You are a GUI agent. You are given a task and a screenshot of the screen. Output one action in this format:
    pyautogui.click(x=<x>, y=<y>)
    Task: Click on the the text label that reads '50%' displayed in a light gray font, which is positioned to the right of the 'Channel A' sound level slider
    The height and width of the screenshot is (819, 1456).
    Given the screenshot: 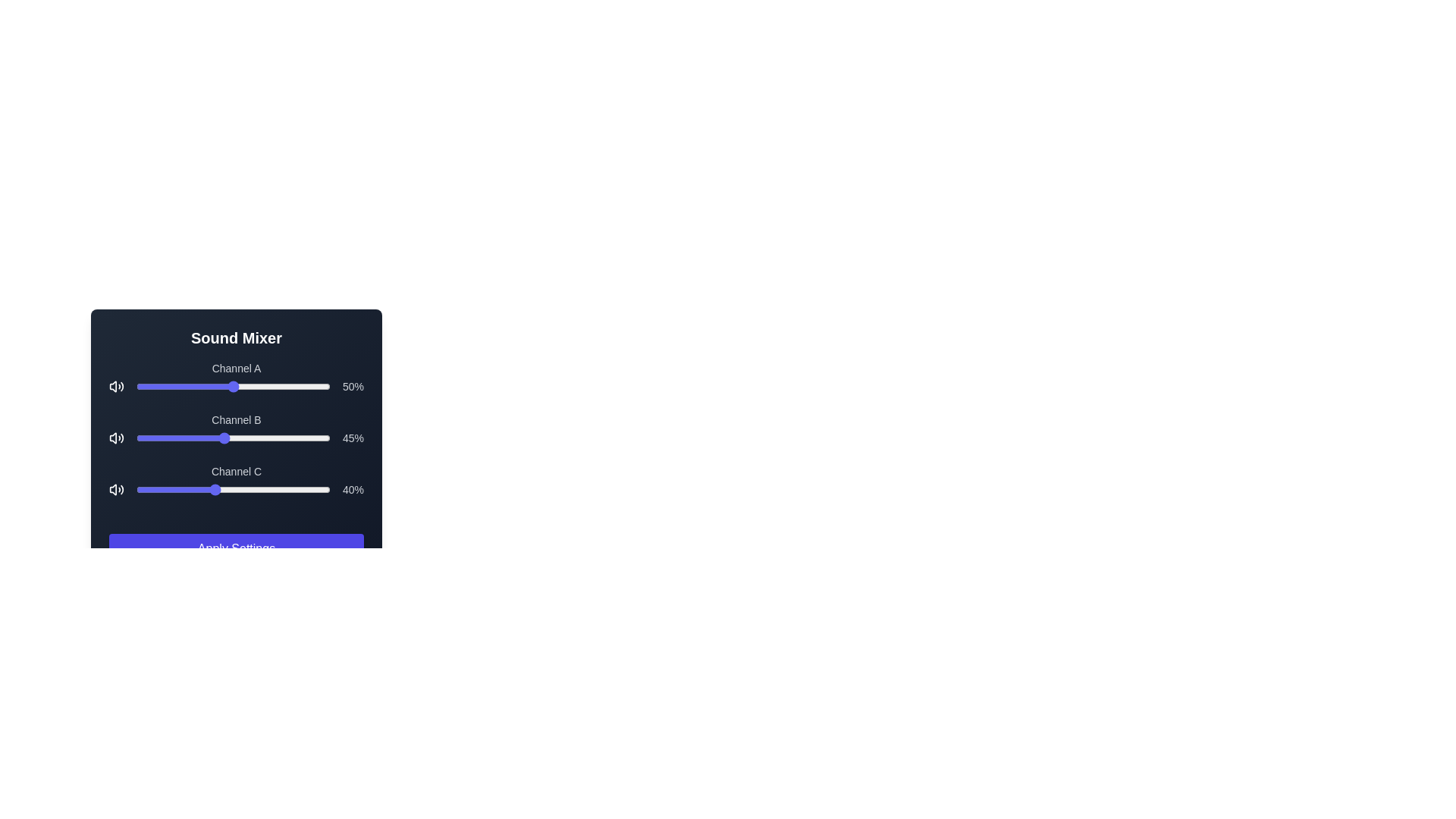 What is the action you would take?
    pyautogui.click(x=352, y=385)
    